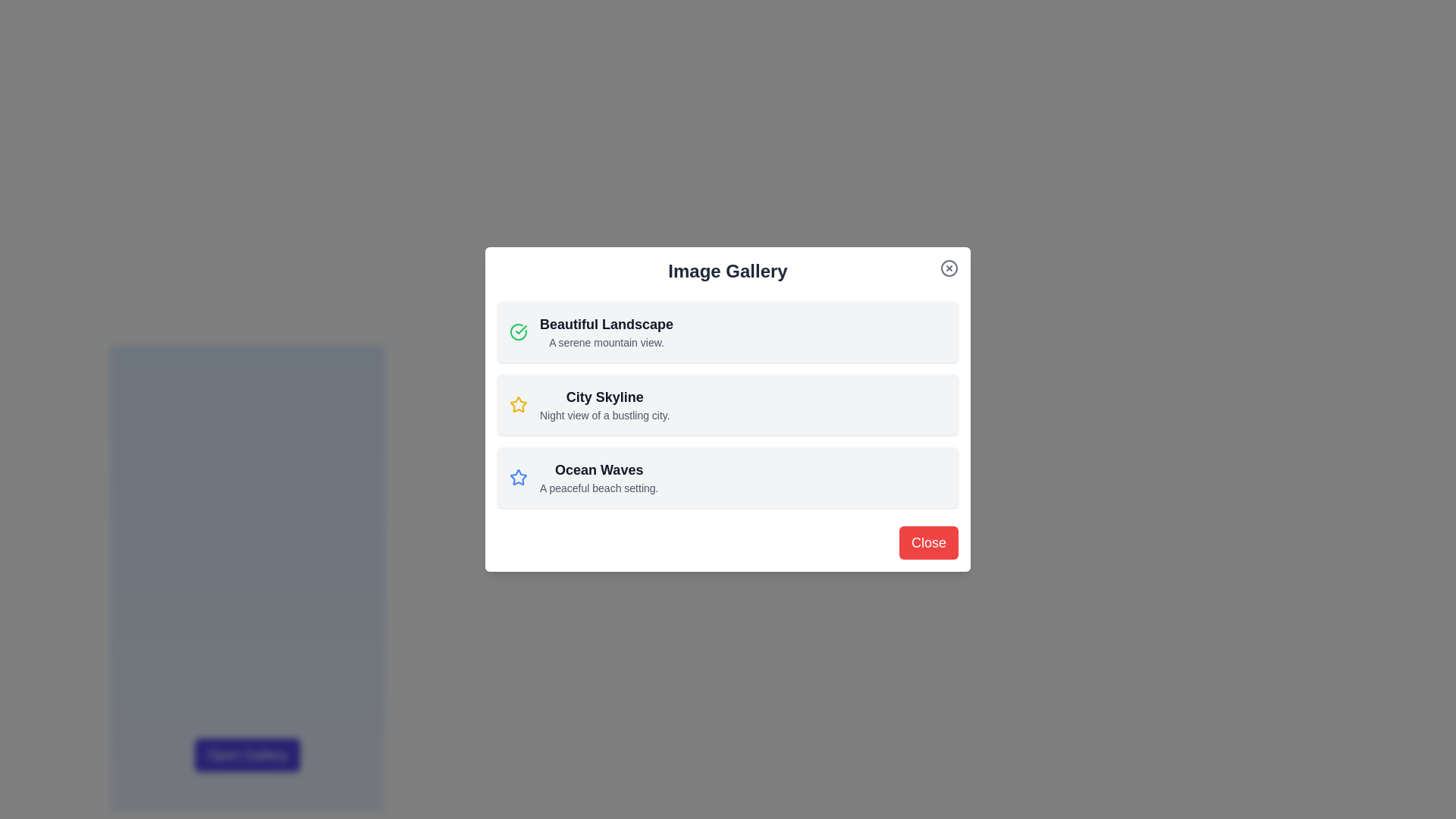  What do you see at coordinates (519, 476) in the screenshot?
I see `the star icon representing the 'favorite' status for the last list item titled 'Ocean Waves', positioned to the leftmost side of its row` at bounding box center [519, 476].